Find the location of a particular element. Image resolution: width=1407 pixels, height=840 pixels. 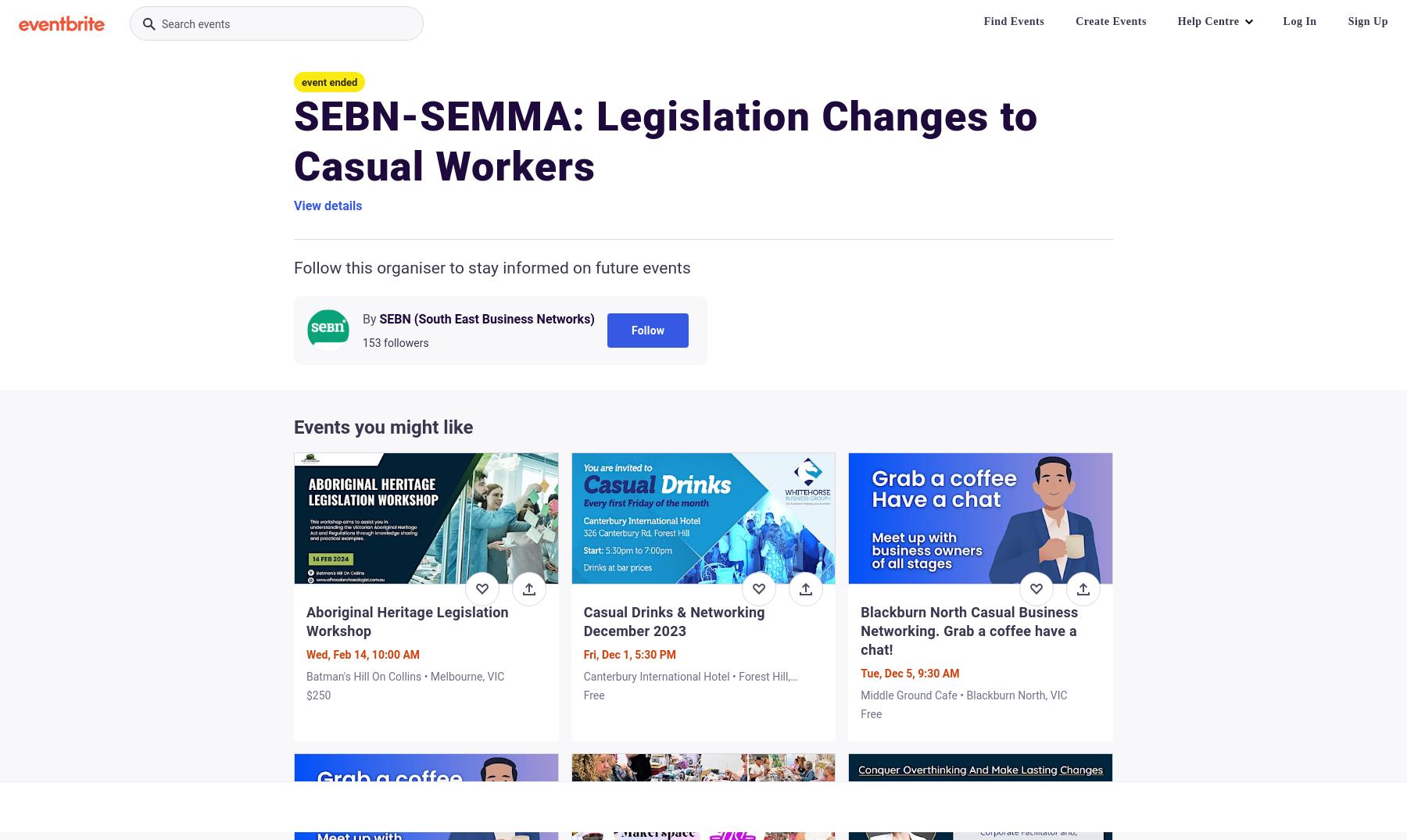

'Event ended' is located at coordinates (329, 81).